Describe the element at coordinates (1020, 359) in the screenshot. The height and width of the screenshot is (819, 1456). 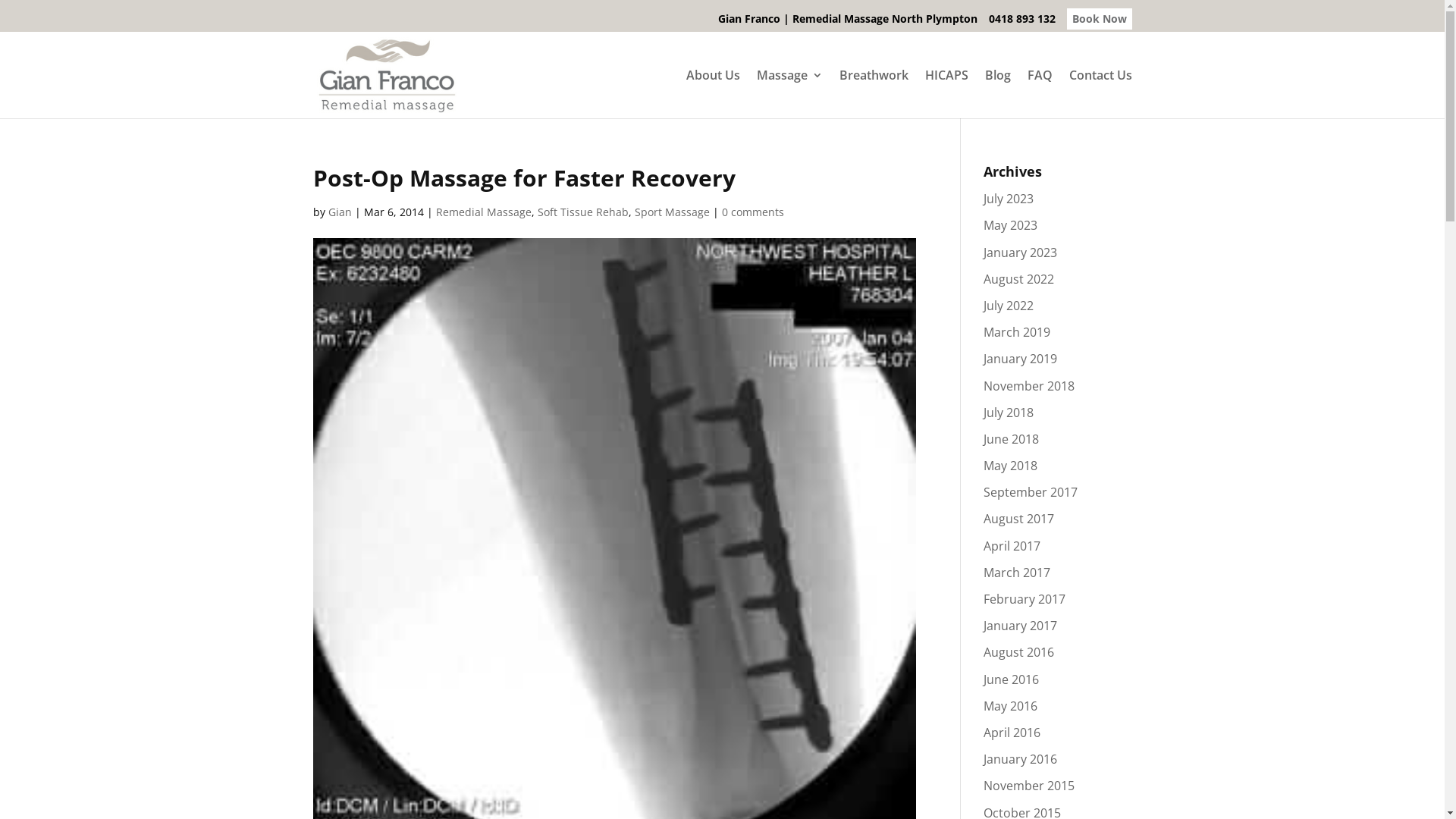
I see `'January 2019'` at that location.